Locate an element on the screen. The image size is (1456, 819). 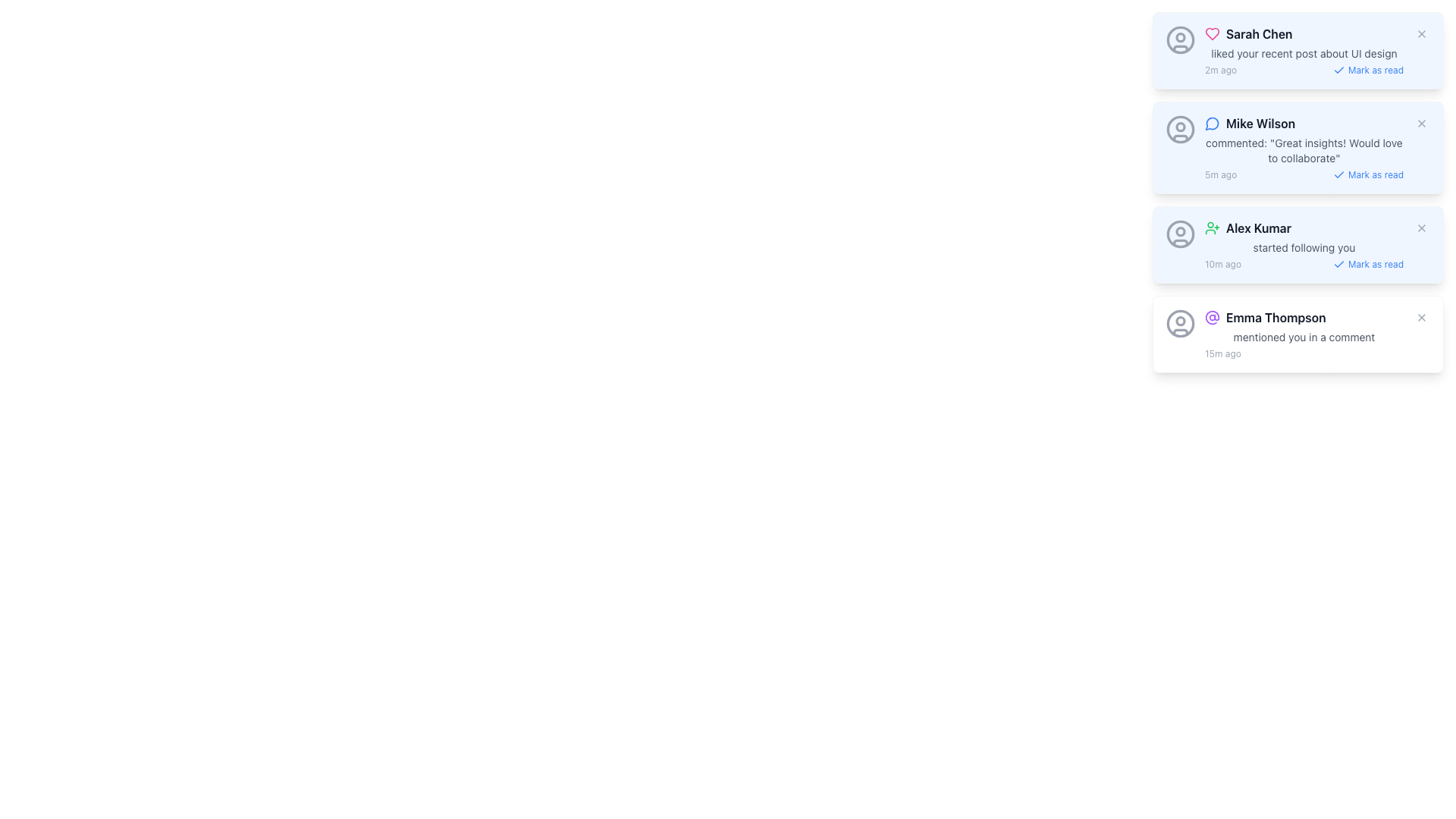
the Profile icon or avatar placeholder that represents a user in the notification card labeled 'Emma Thompson mentioned you in a comment 15m ago', positioned at the leftmost side and fourth from the top in the list of notifications is located at coordinates (1179, 323).